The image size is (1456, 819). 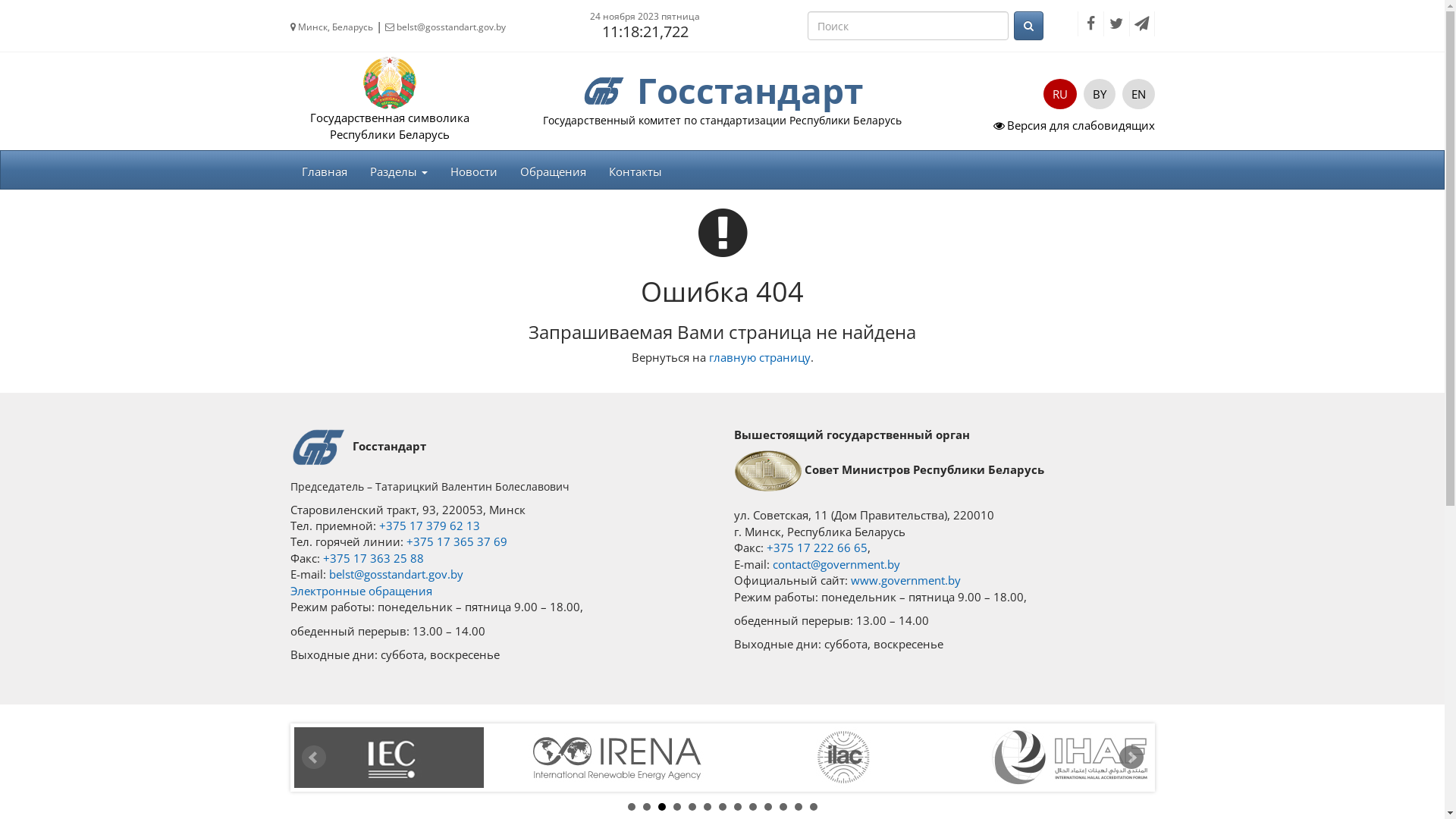 What do you see at coordinates (706, 806) in the screenshot?
I see `'6'` at bounding box center [706, 806].